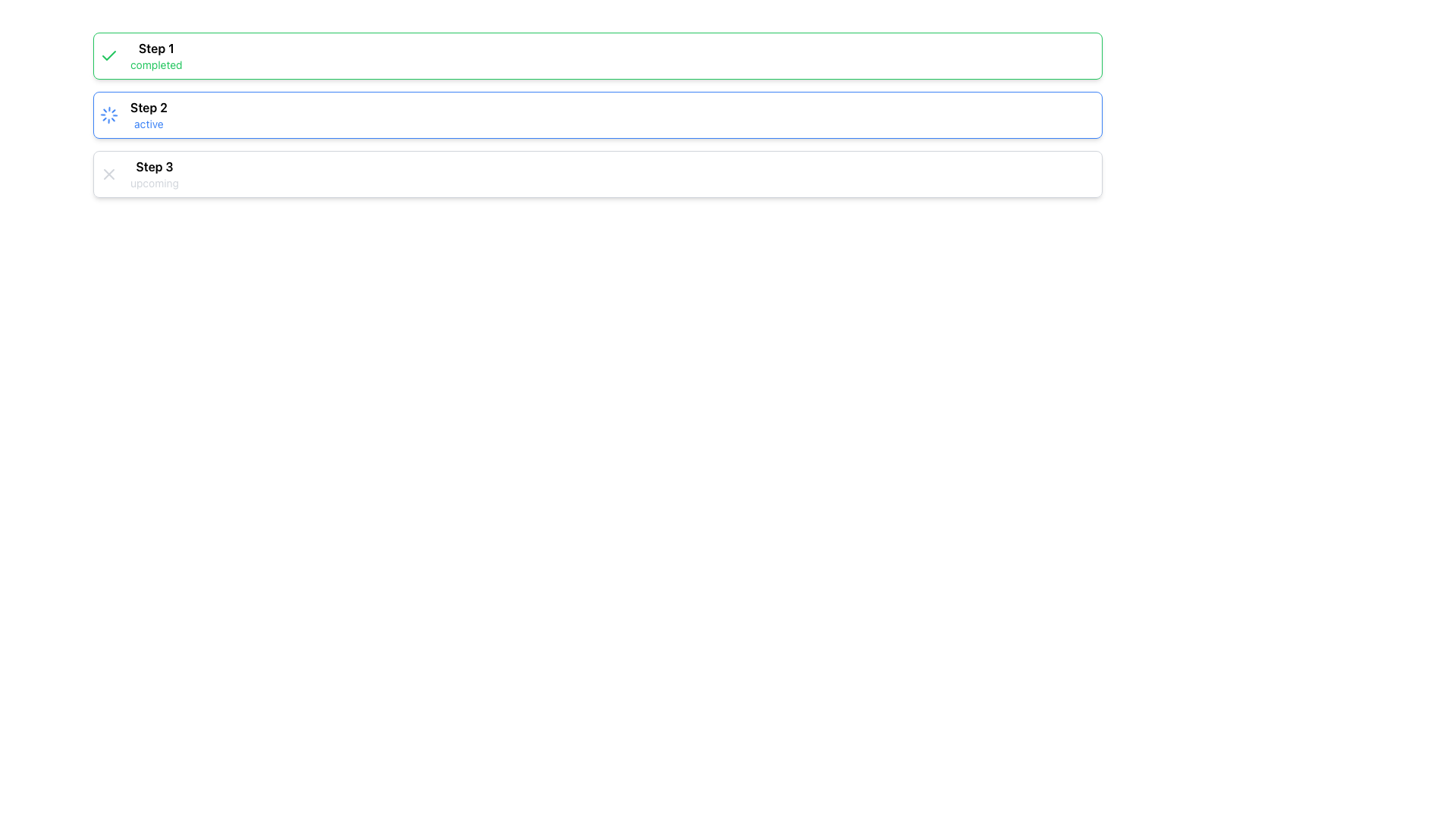 This screenshot has width=1456, height=819. Describe the element at coordinates (597, 55) in the screenshot. I see `the completed step indicator for progress tracking, which is the first element in a vertical arrangement of three steps` at that location.